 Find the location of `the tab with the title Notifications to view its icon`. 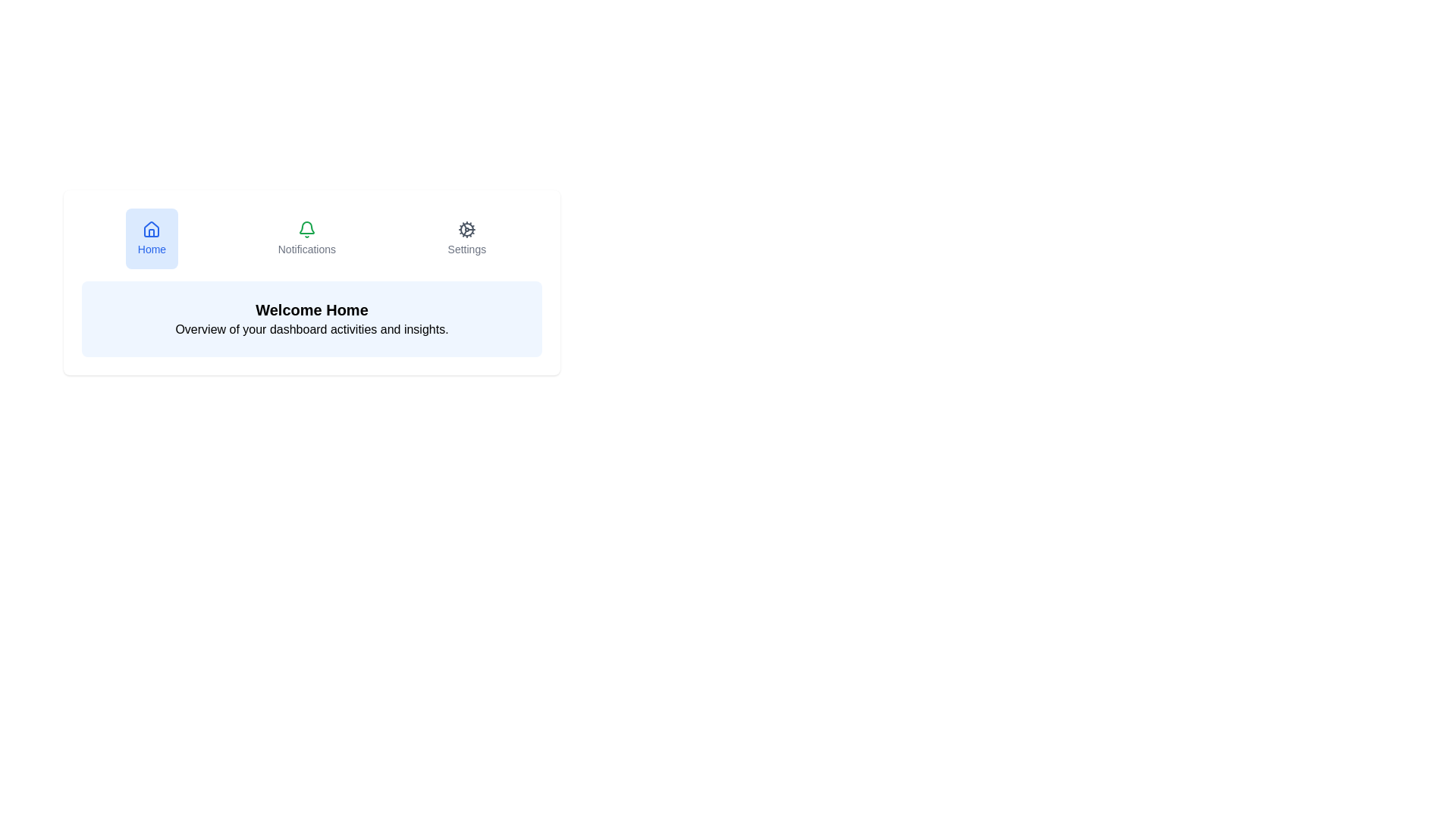

the tab with the title Notifications to view its icon is located at coordinates (305, 239).